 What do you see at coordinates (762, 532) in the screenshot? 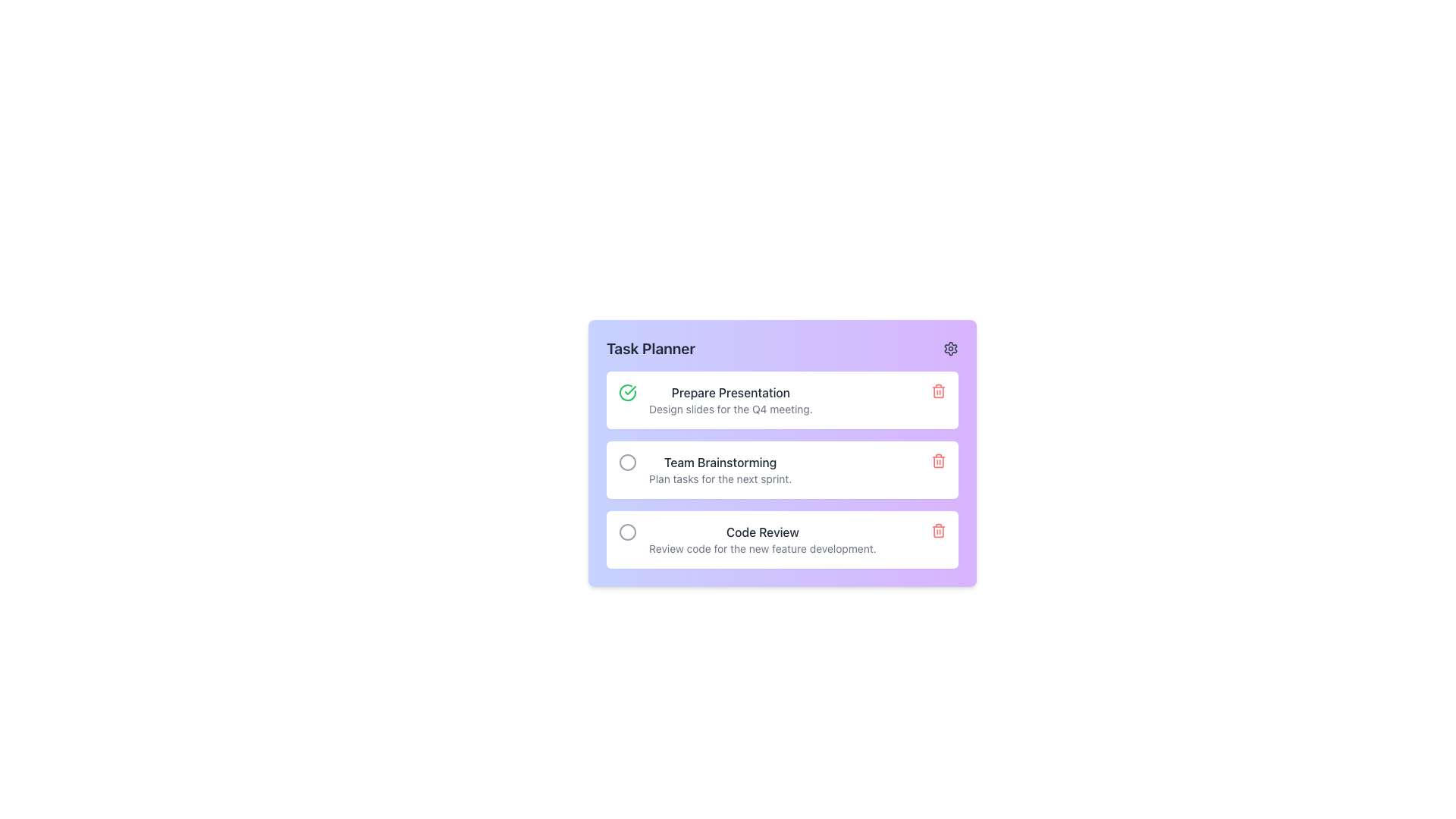
I see `the text 'Code Review' from the text label in the 'Task Planner' module to copy it` at bounding box center [762, 532].